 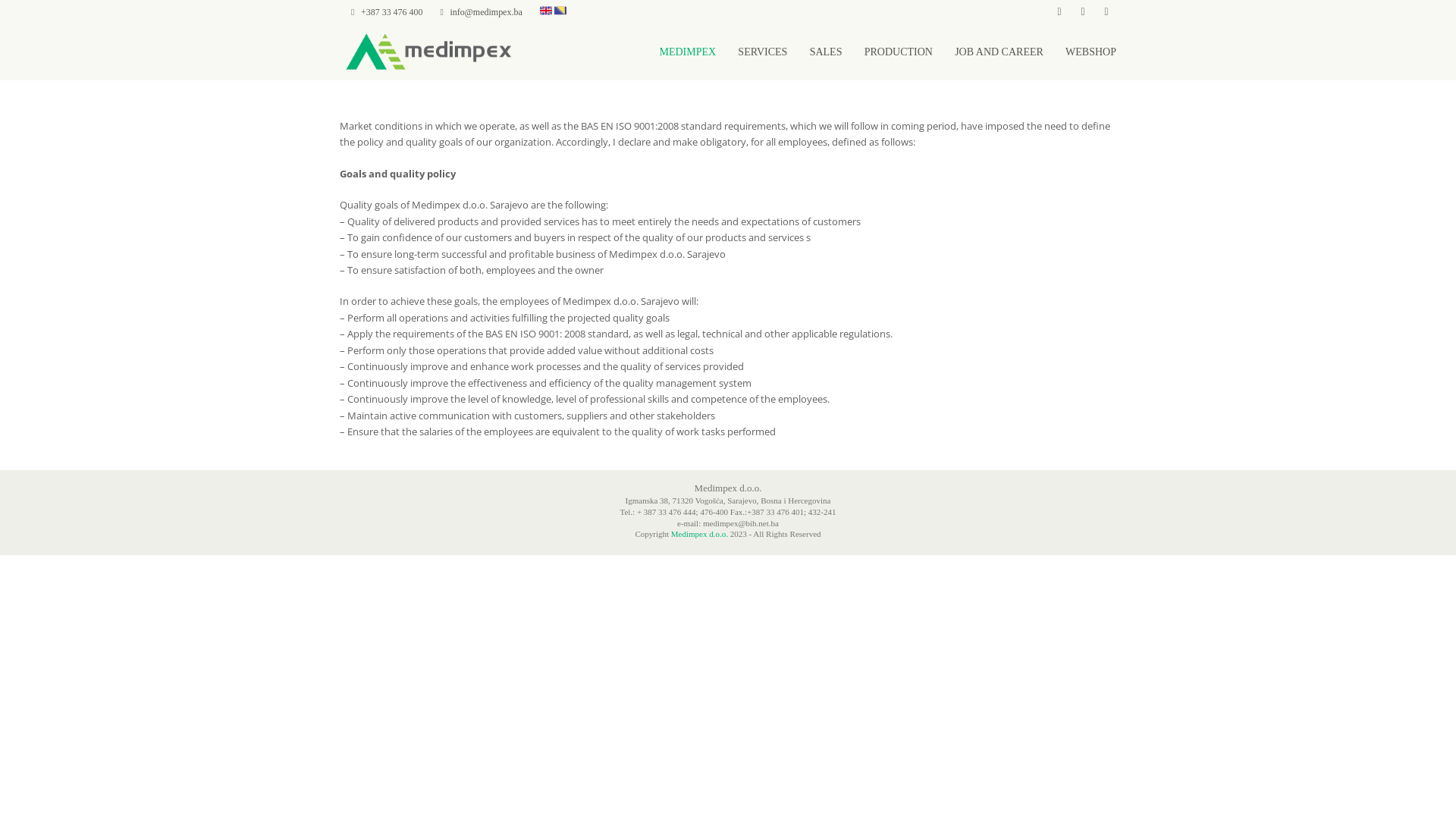 I want to click on 'LinkedIn', so click(x=1096, y=11).